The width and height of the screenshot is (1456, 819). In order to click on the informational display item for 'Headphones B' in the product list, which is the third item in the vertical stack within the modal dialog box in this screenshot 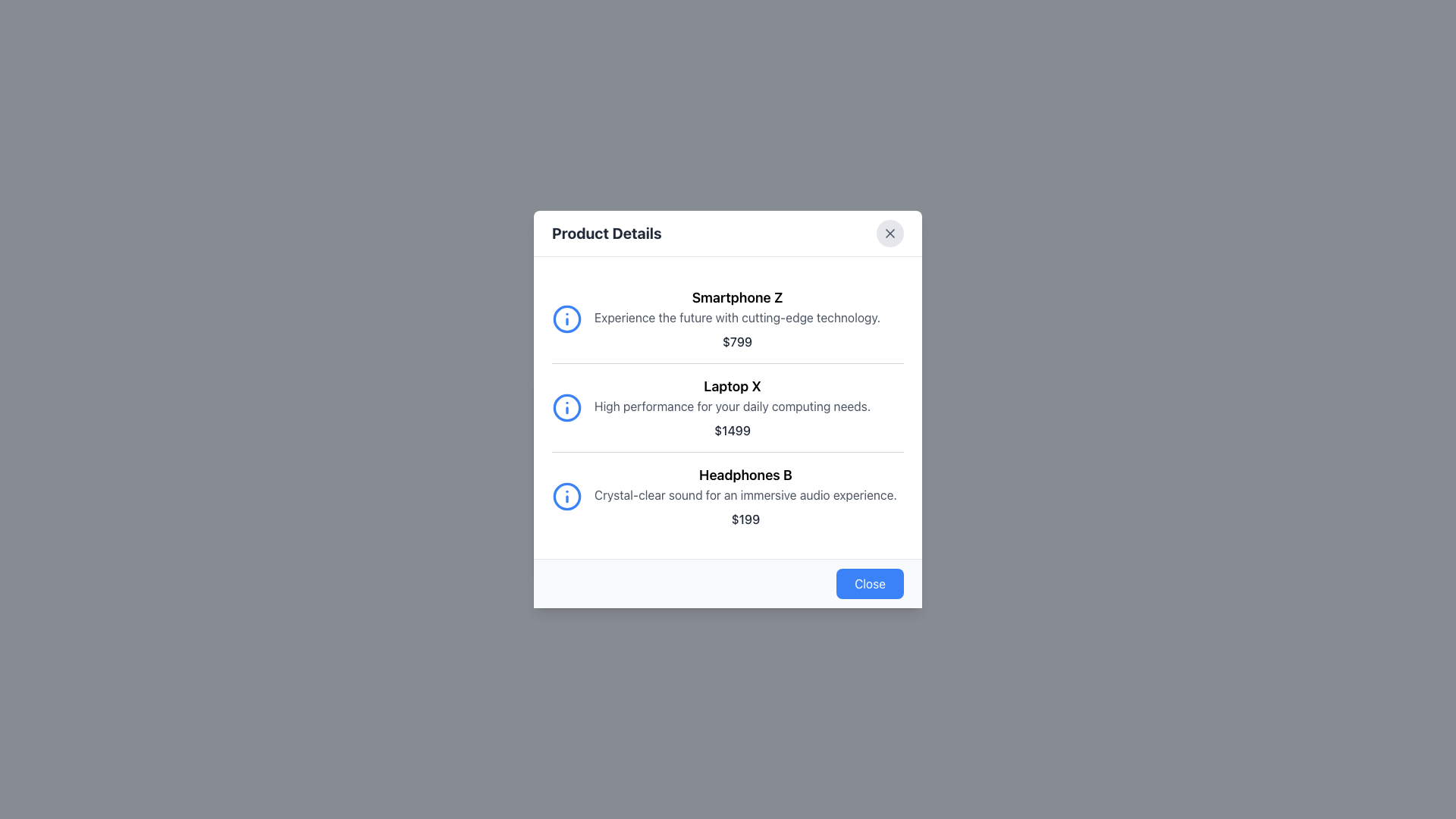, I will do `click(745, 497)`.